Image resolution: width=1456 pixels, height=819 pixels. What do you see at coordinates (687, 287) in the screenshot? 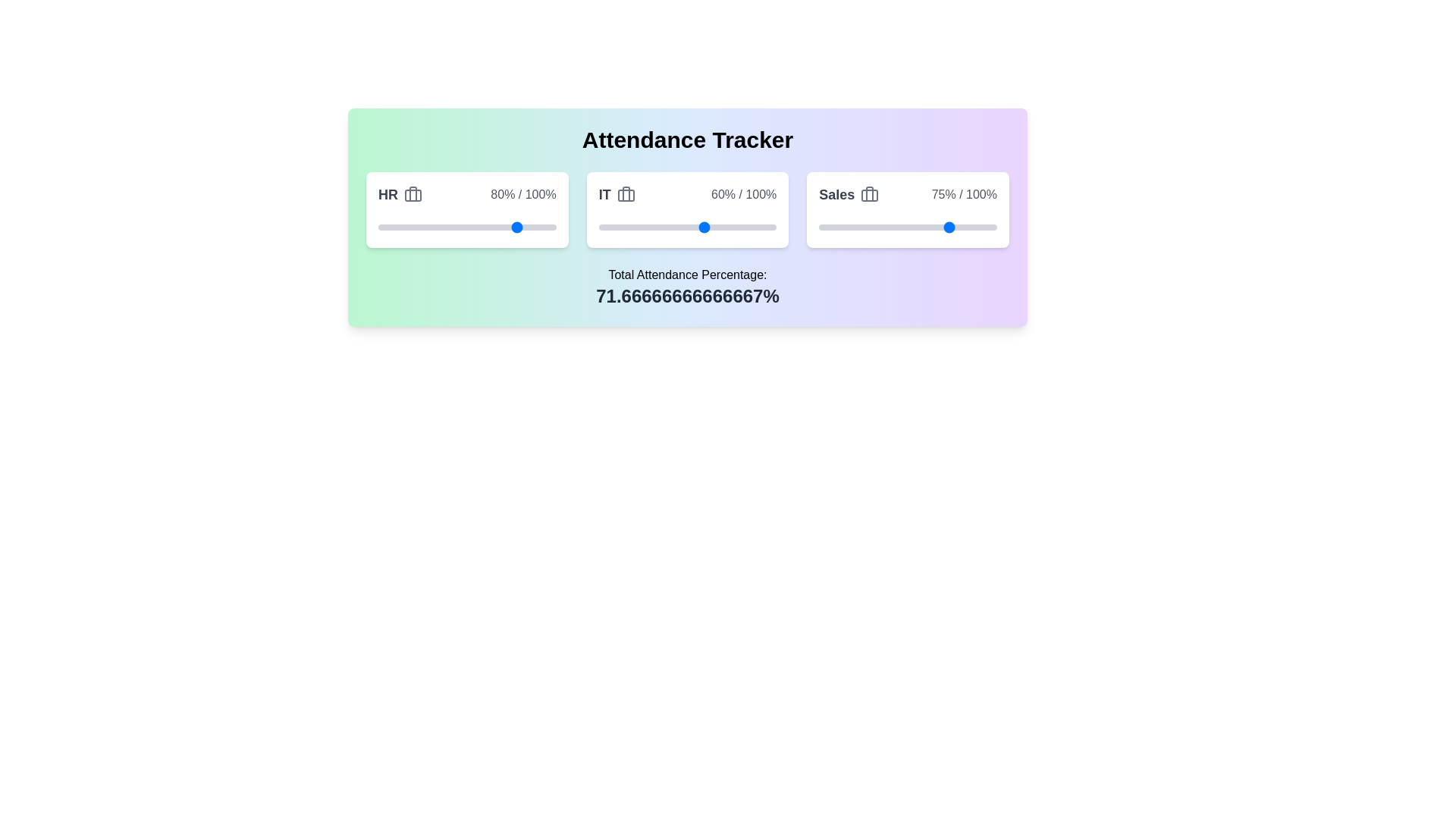
I see `the Text Display element that shows 'Total Attendance Percentage' with a bold percentage value in dark gray font, located at the bottom of the HR, IT, and Sales sections` at bounding box center [687, 287].